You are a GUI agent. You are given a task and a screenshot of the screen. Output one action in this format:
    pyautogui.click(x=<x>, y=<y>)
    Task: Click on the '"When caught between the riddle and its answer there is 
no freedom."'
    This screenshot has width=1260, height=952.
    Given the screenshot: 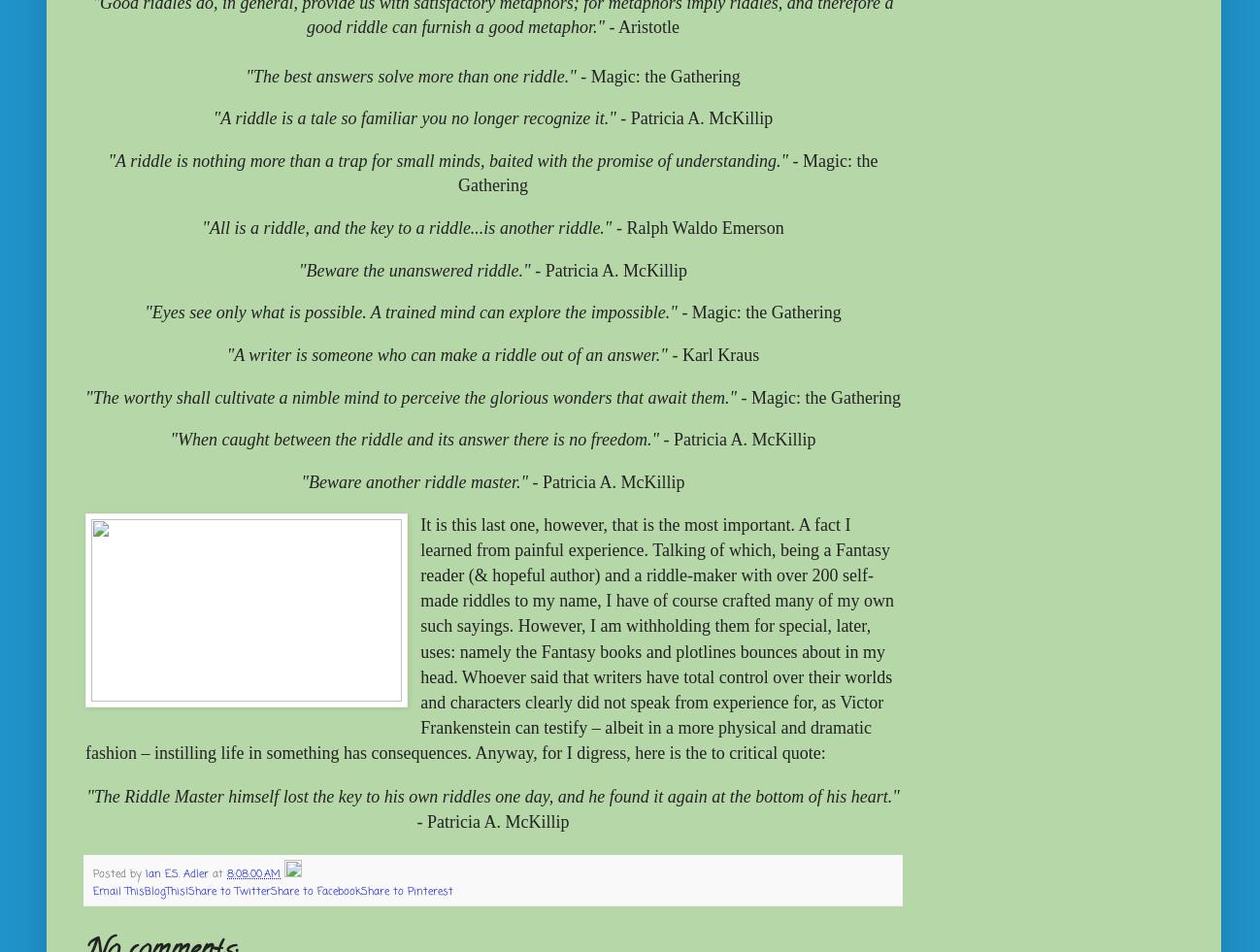 What is the action you would take?
    pyautogui.click(x=414, y=439)
    